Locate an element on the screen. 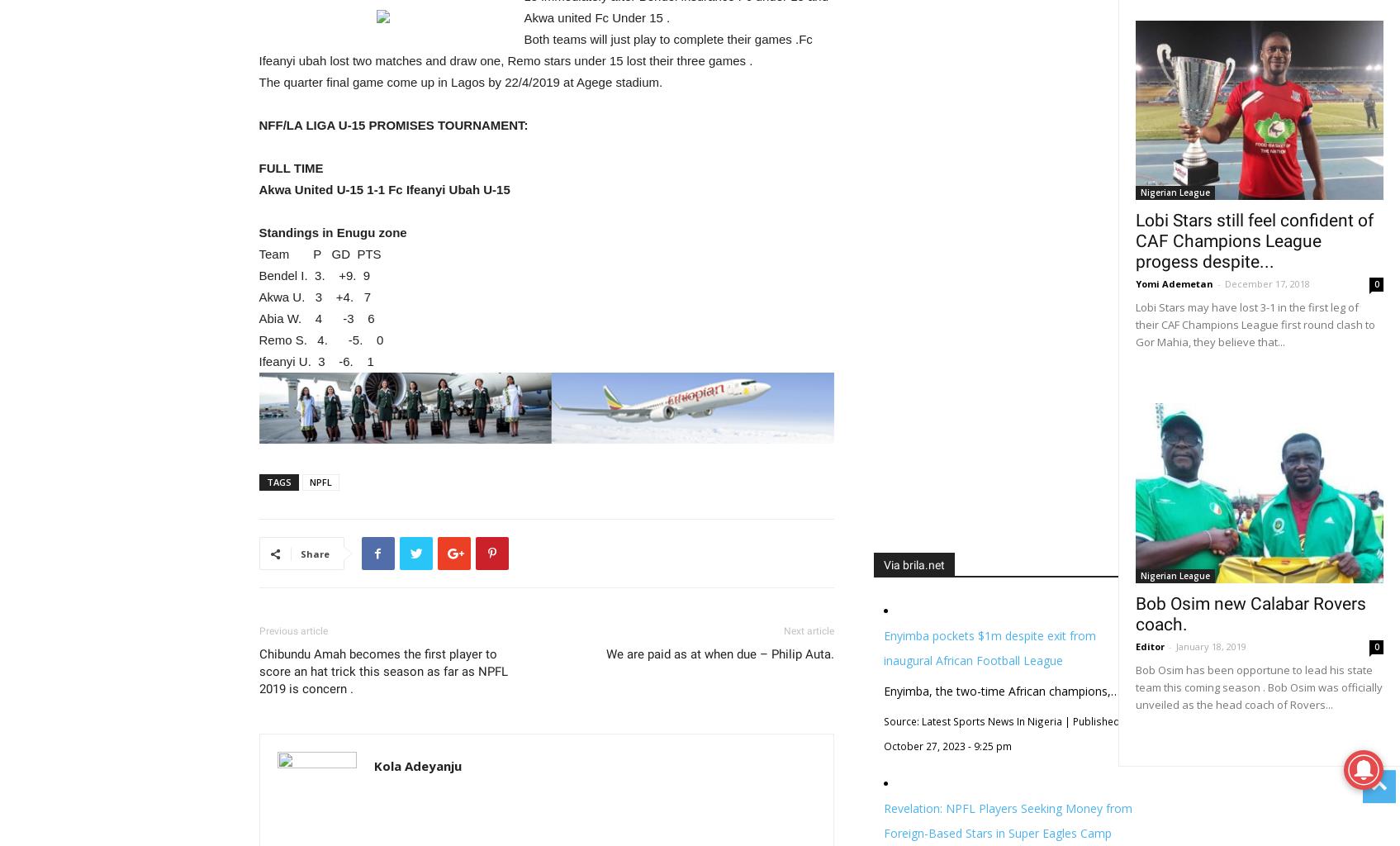 The width and height of the screenshot is (1400, 846). 'FULL TIME' is located at coordinates (290, 168).